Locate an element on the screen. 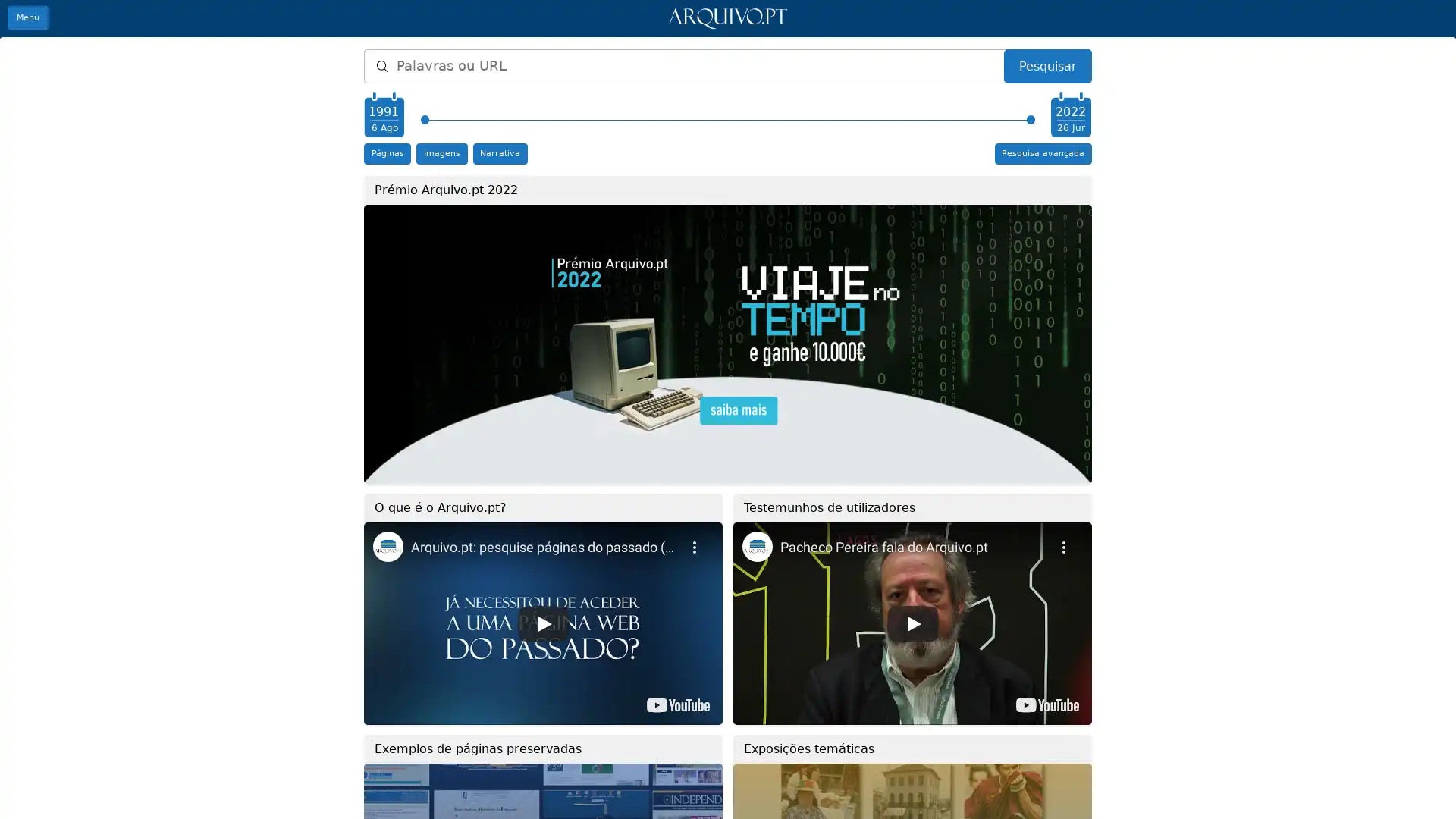 The width and height of the screenshot is (1456, 819). Pesquisar is located at coordinates (1046, 65).